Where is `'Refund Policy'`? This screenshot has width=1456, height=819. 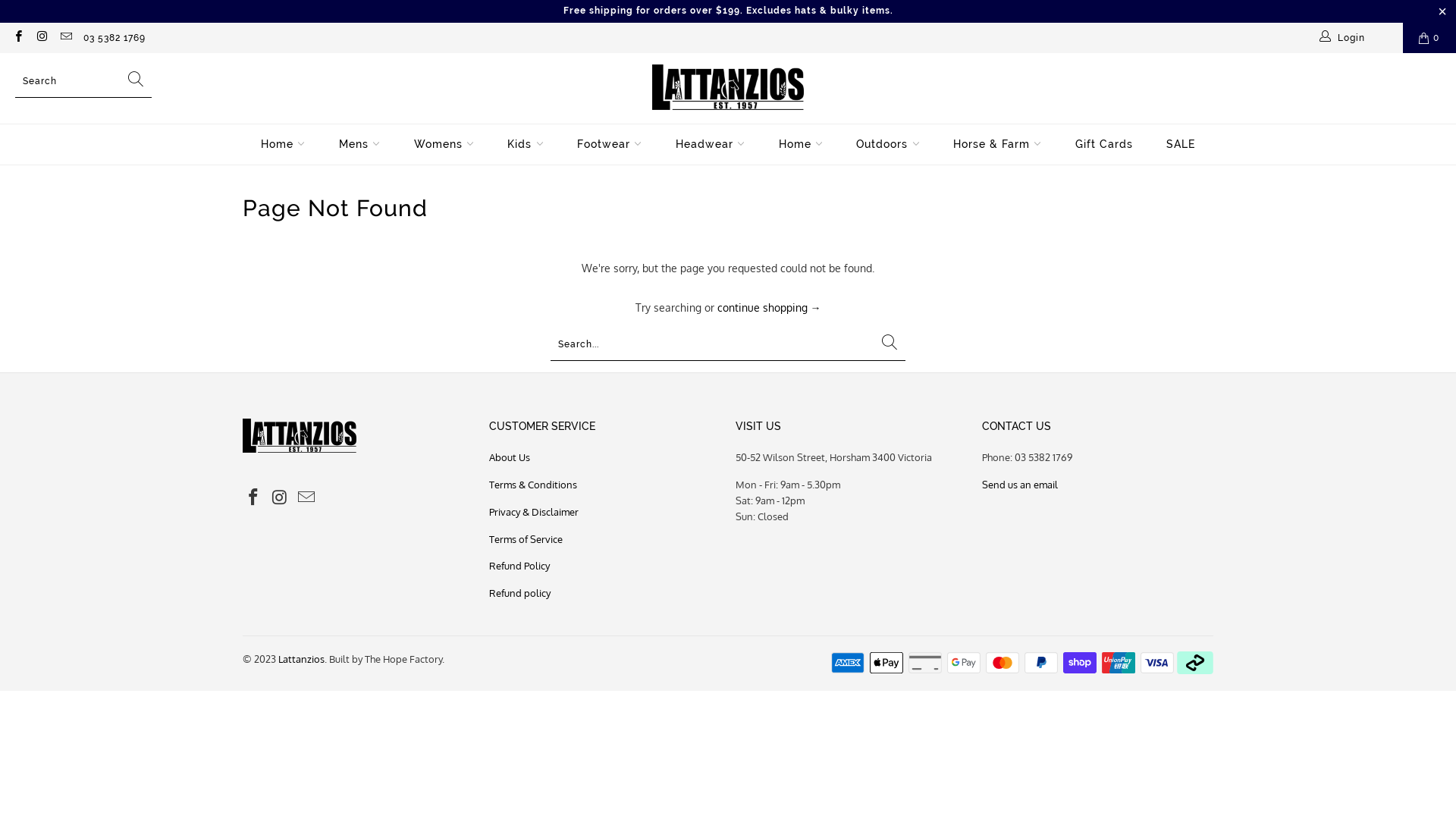
'Refund Policy' is located at coordinates (519, 565).